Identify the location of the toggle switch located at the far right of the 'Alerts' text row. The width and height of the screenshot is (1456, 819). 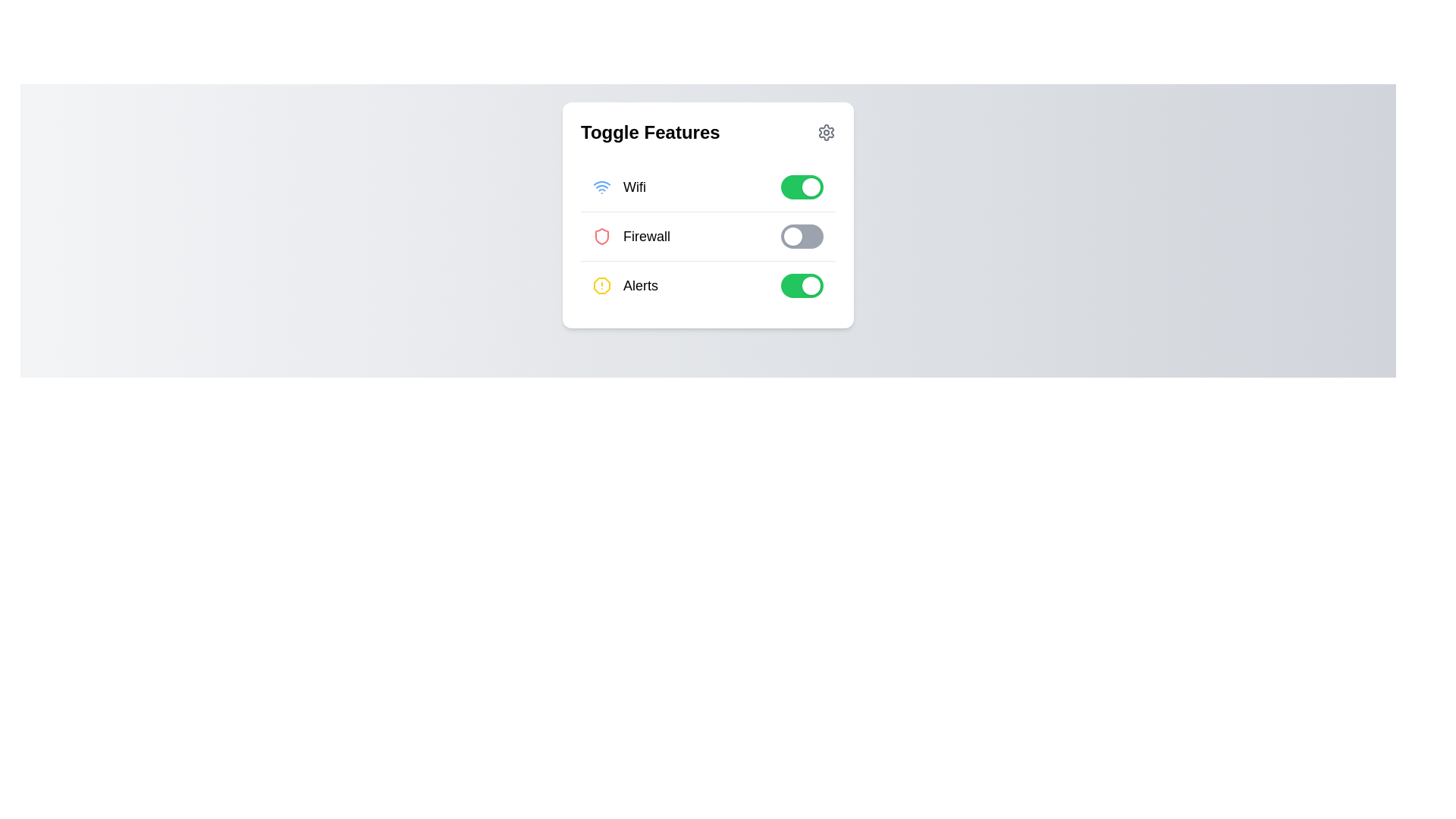
(801, 286).